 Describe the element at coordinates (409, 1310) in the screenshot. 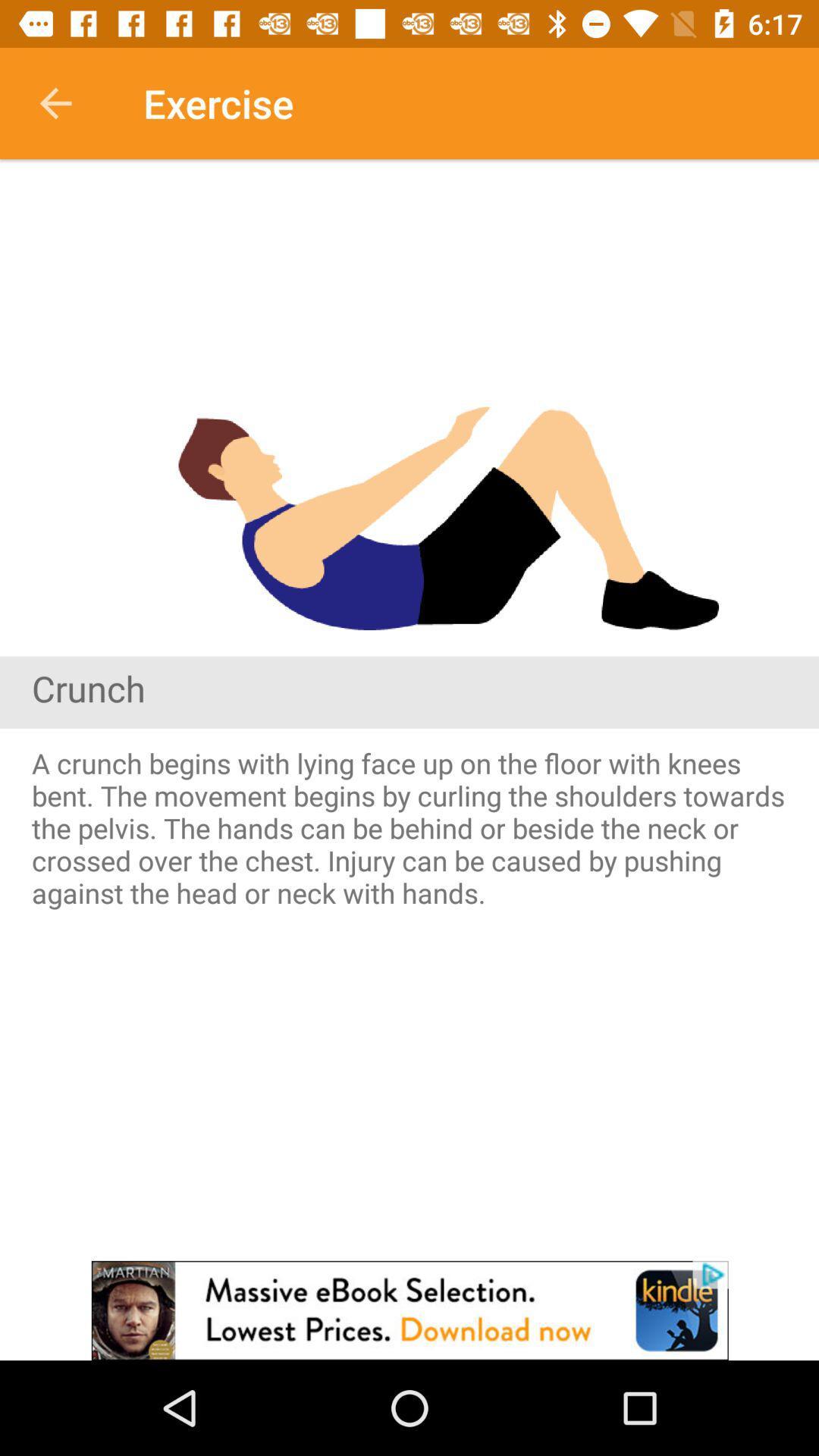

I see `open advertisements` at that location.